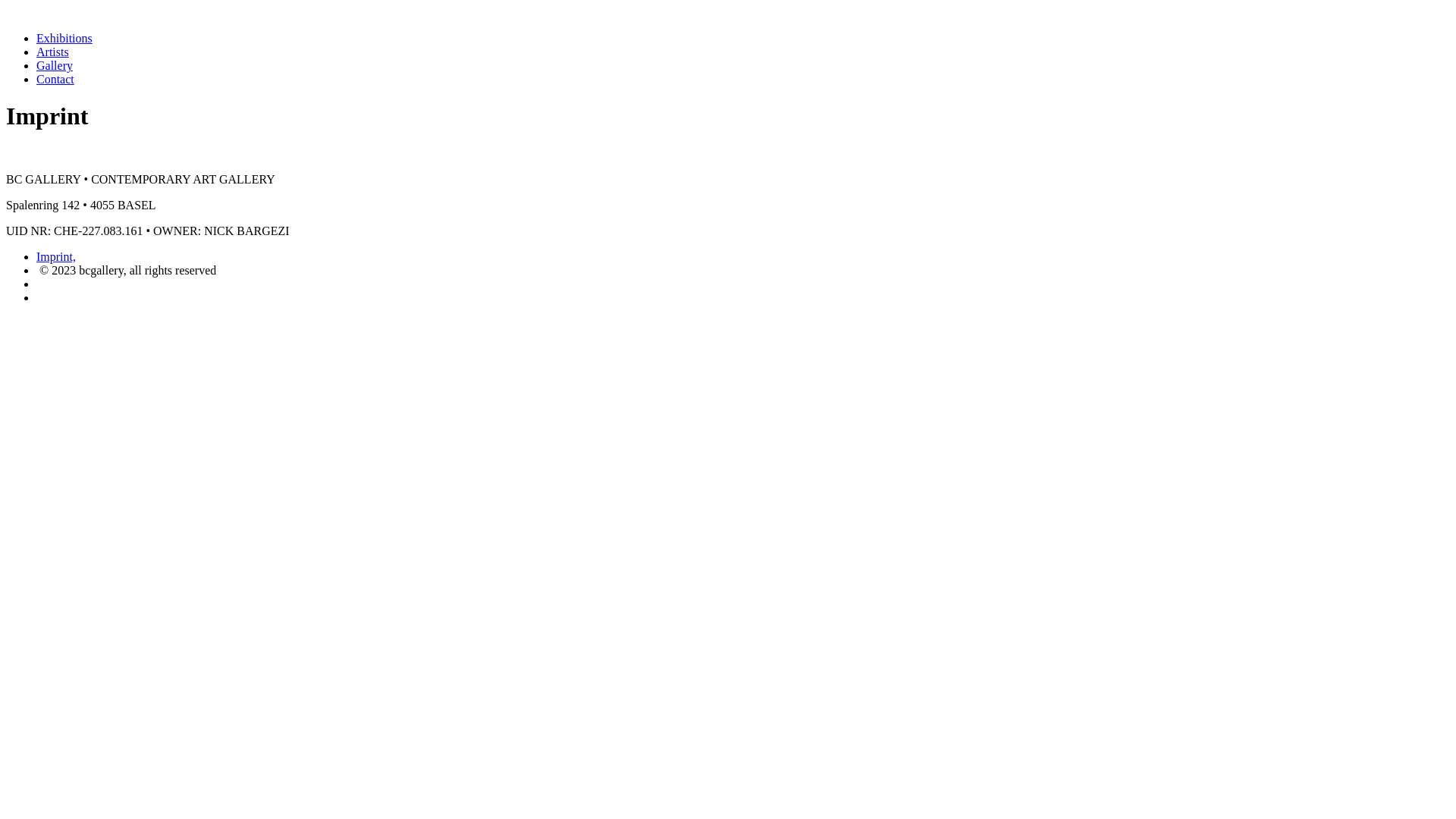 Image resolution: width=1456 pixels, height=819 pixels. I want to click on 'Artists', so click(52, 51).